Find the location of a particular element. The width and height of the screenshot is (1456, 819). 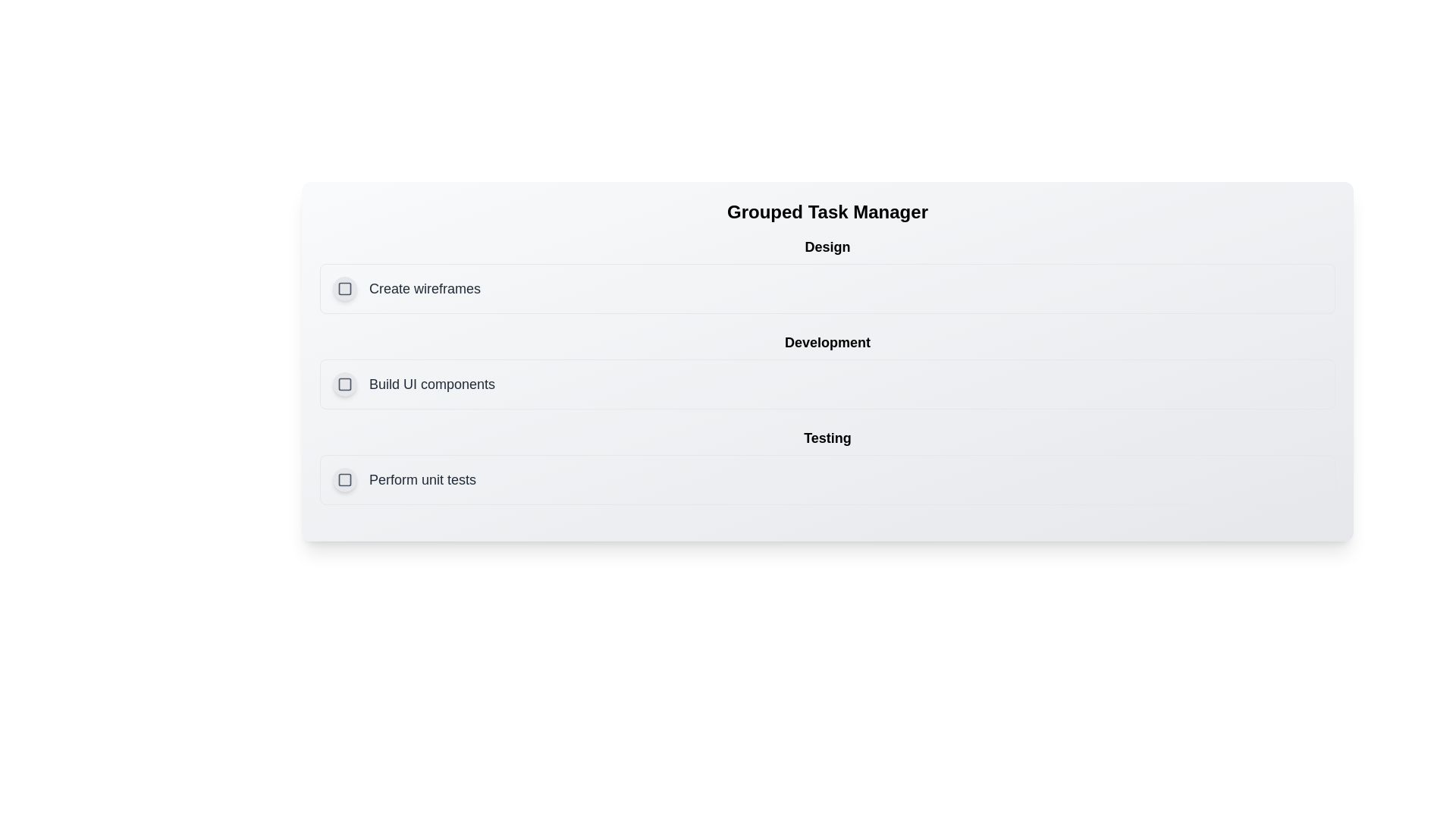

the checkbox labeled 'Create wireframes' is located at coordinates (406, 289).